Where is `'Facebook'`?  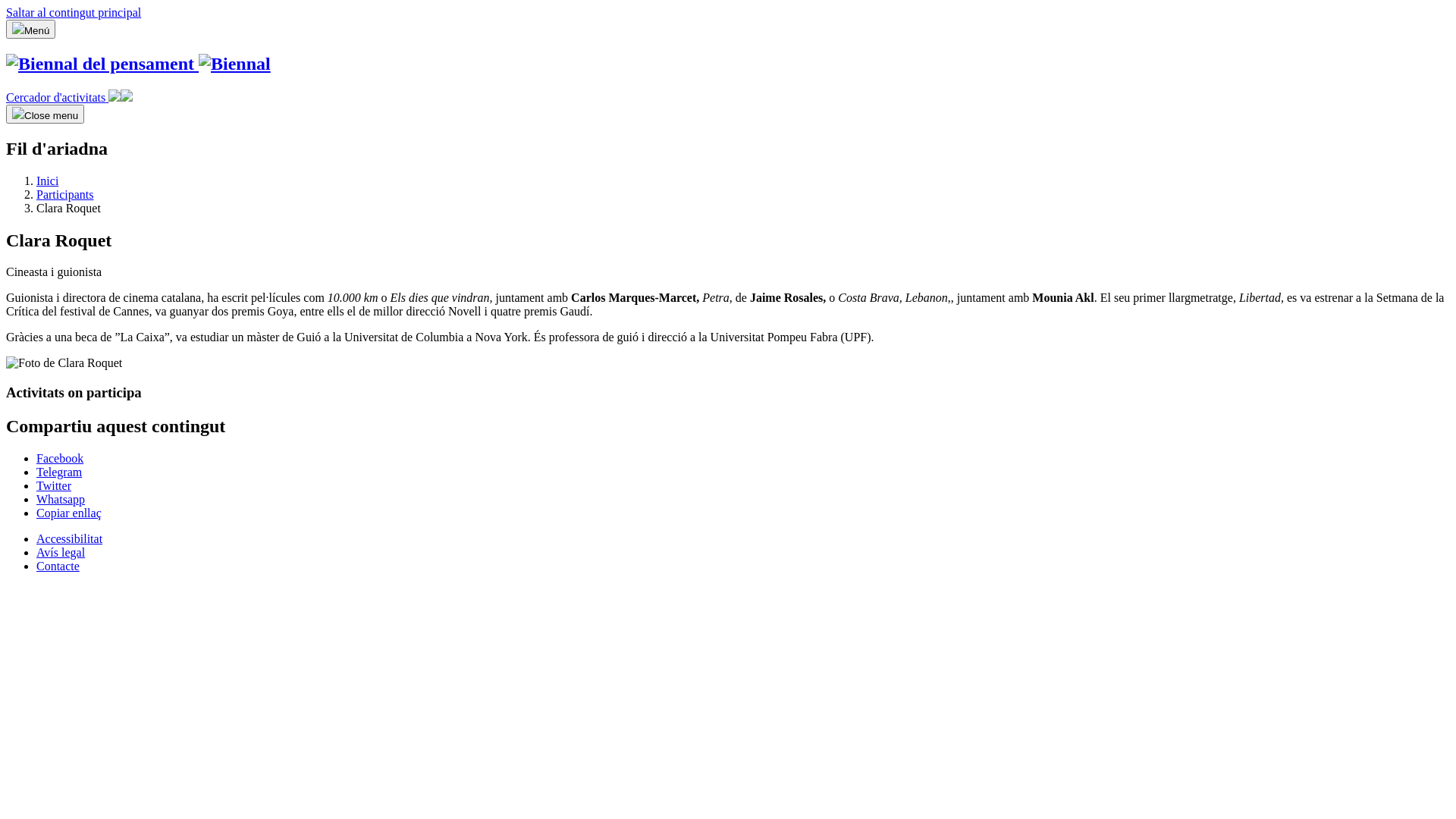 'Facebook' is located at coordinates (59, 457).